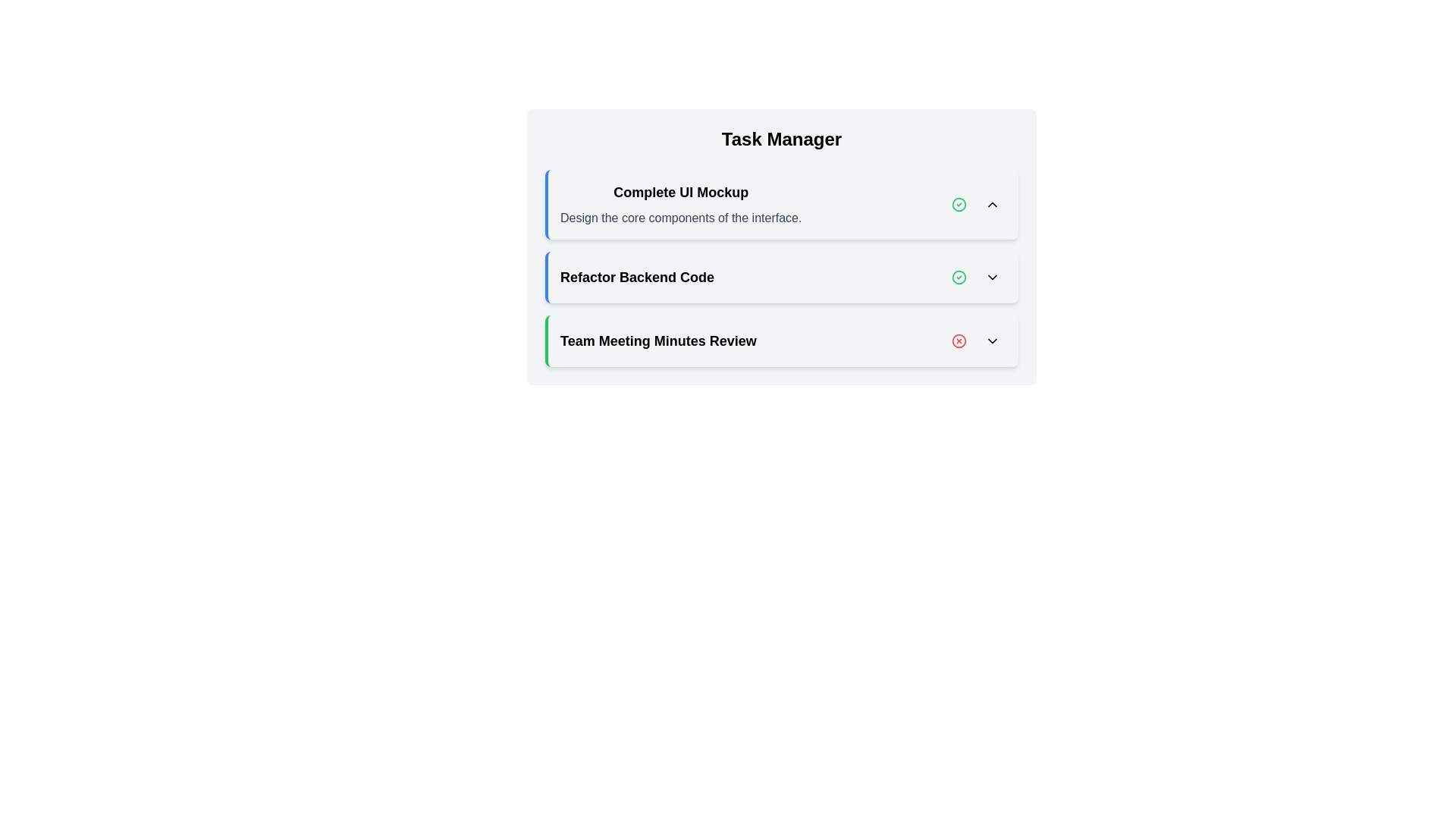 The image size is (1456, 819). Describe the element at coordinates (959, 278) in the screenshot. I see `the button with a vector-based icon to mark the 'Refactor Backend Code' task as completed in the task management interface` at that location.